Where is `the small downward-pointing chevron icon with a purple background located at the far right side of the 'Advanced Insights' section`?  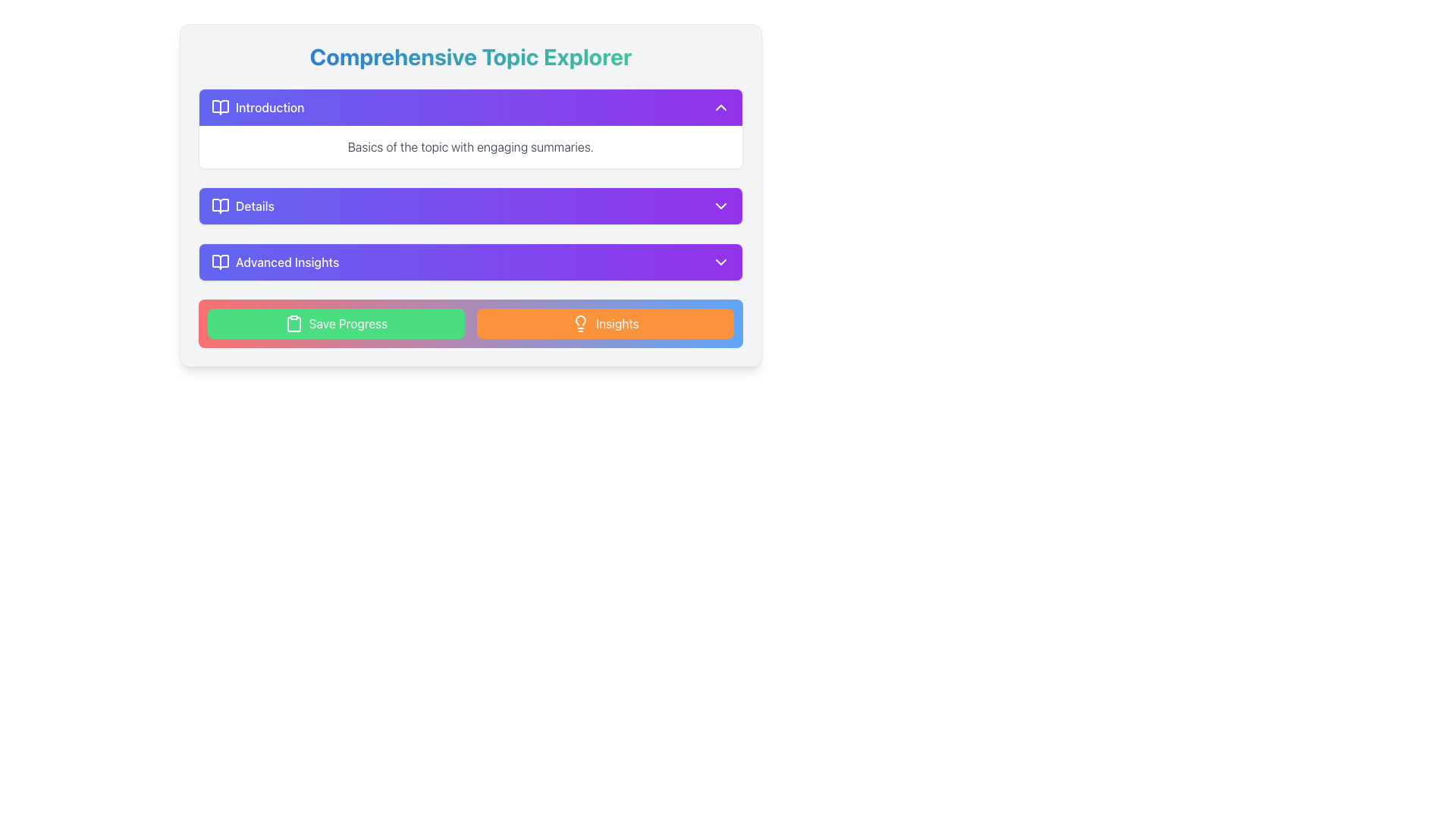
the small downward-pointing chevron icon with a purple background located at the far right side of the 'Advanced Insights' section is located at coordinates (720, 262).